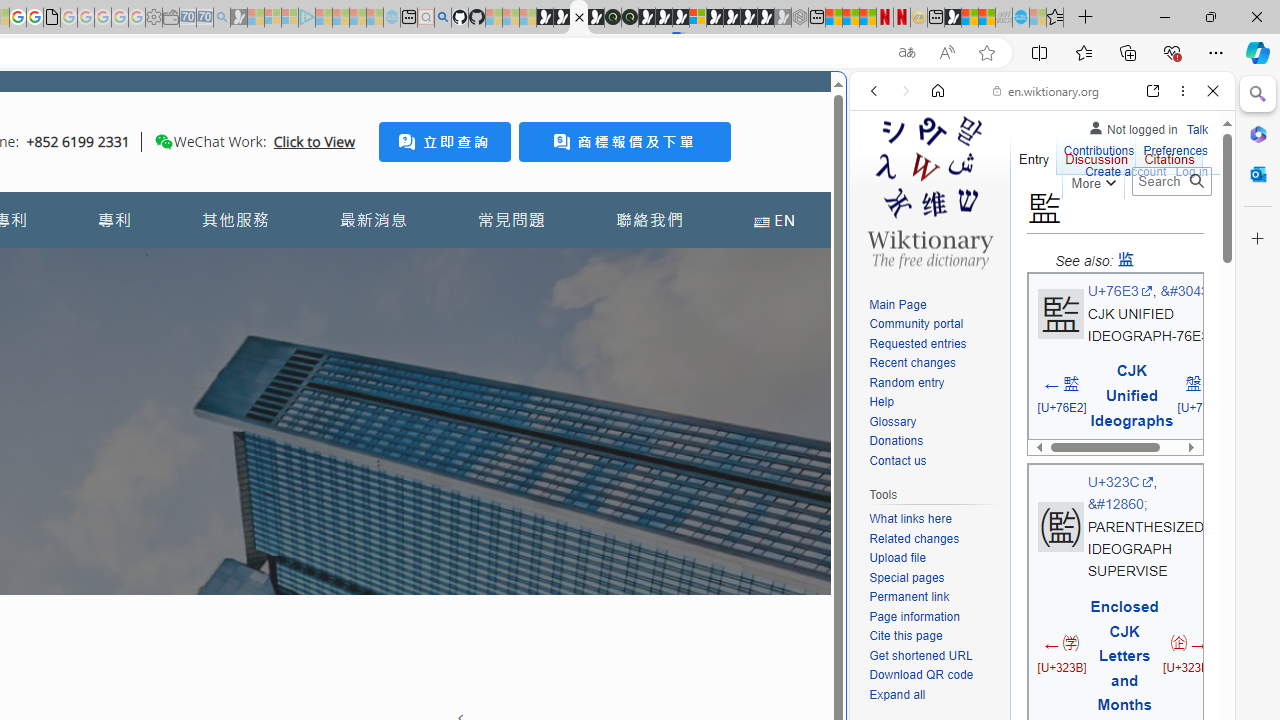  I want to click on 'Get shortened URL', so click(919, 655).